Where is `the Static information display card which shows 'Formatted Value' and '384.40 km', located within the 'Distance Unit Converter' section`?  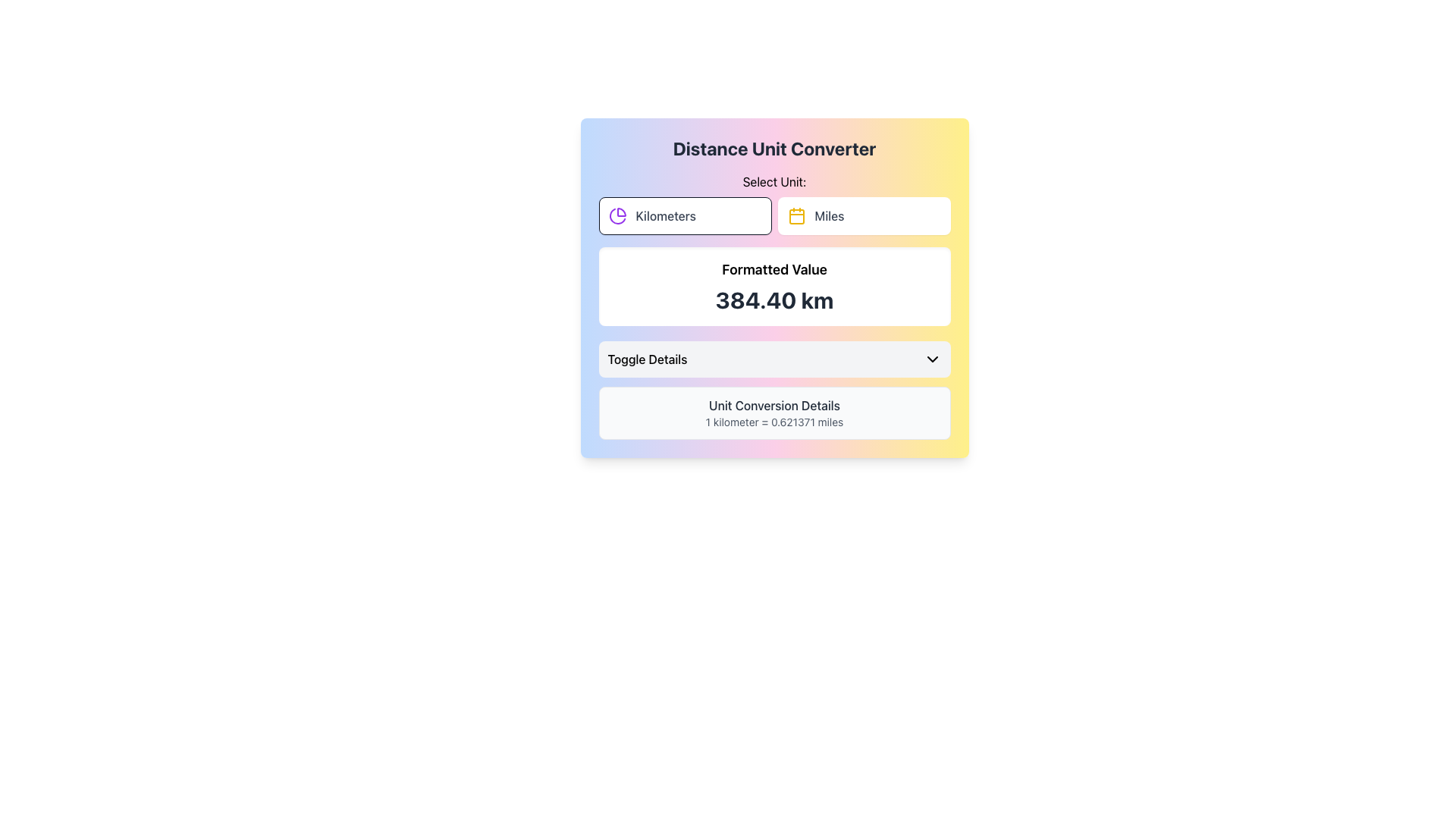
the Static information display card which shows 'Formatted Value' and '384.40 km', located within the 'Distance Unit Converter' section is located at coordinates (774, 287).